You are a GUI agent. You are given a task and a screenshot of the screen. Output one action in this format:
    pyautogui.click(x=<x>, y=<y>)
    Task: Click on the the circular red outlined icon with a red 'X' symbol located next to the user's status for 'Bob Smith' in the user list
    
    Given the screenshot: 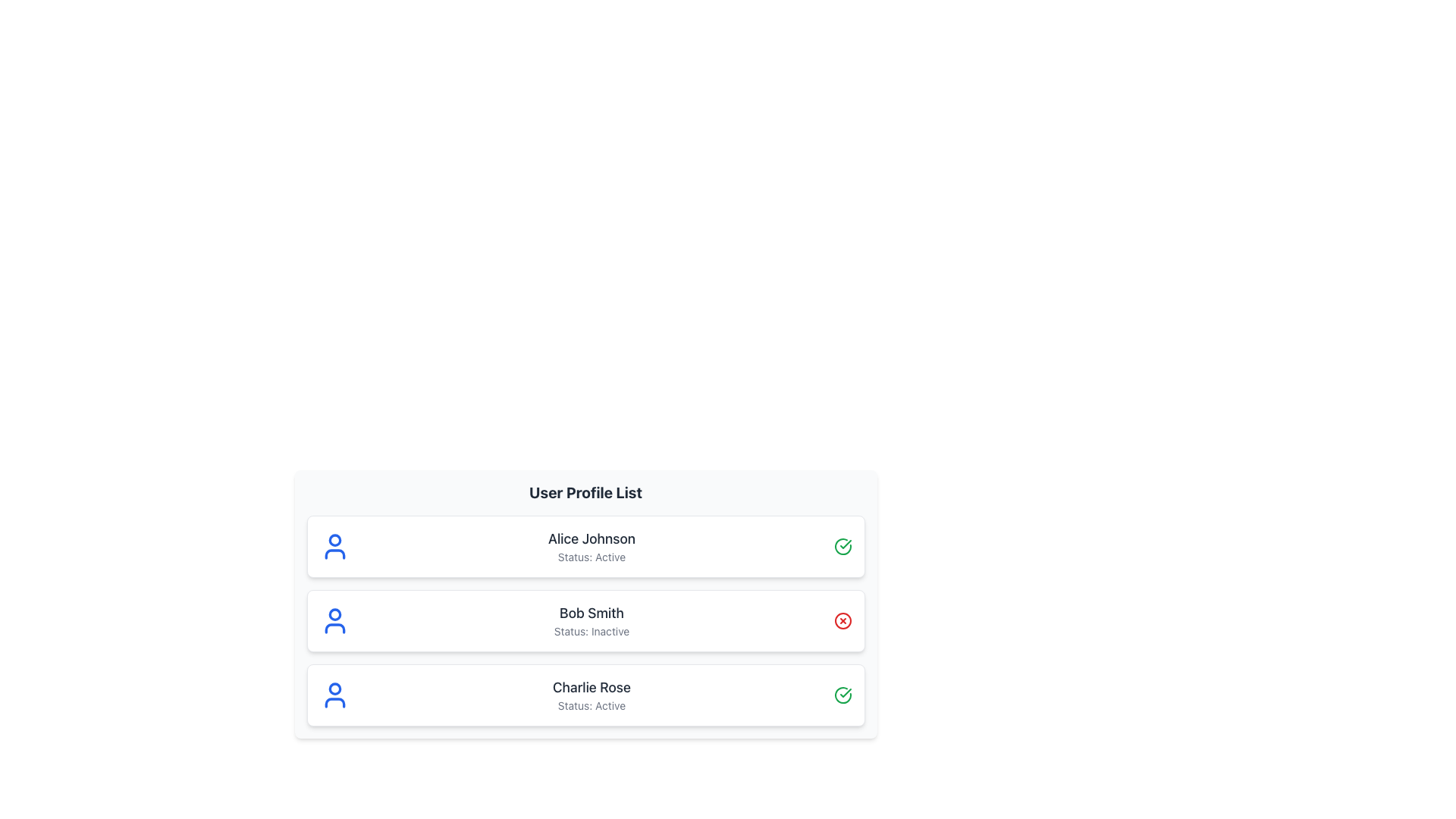 What is the action you would take?
    pyautogui.click(x=842, y=620)
    